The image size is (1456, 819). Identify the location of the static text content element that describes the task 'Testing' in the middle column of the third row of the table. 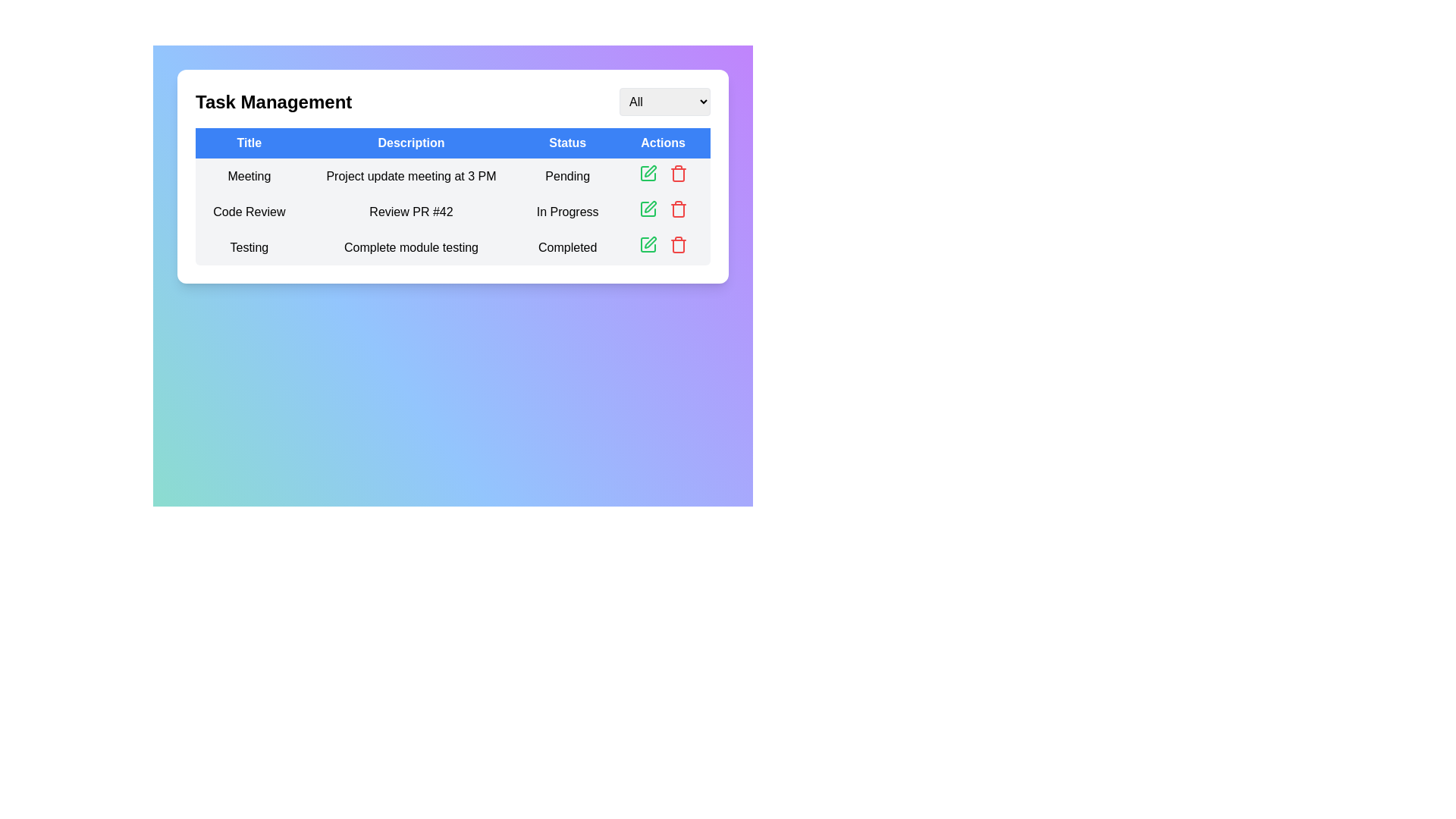
(411, 246).